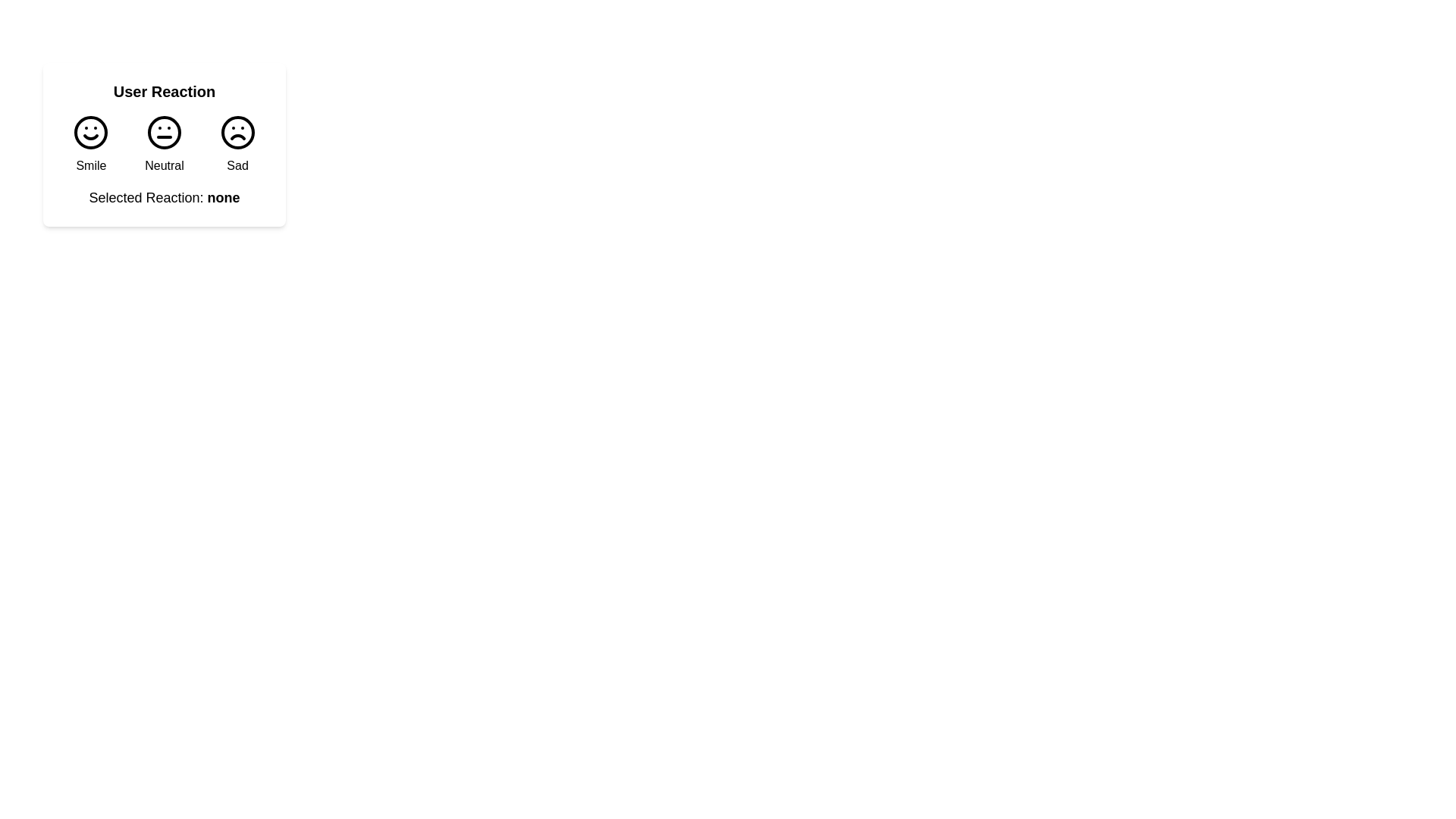  Describe the element at coordinates (90, 145) in the screenshot. I see `the 'Smile' reaction button using keyboard navigation` at that location.